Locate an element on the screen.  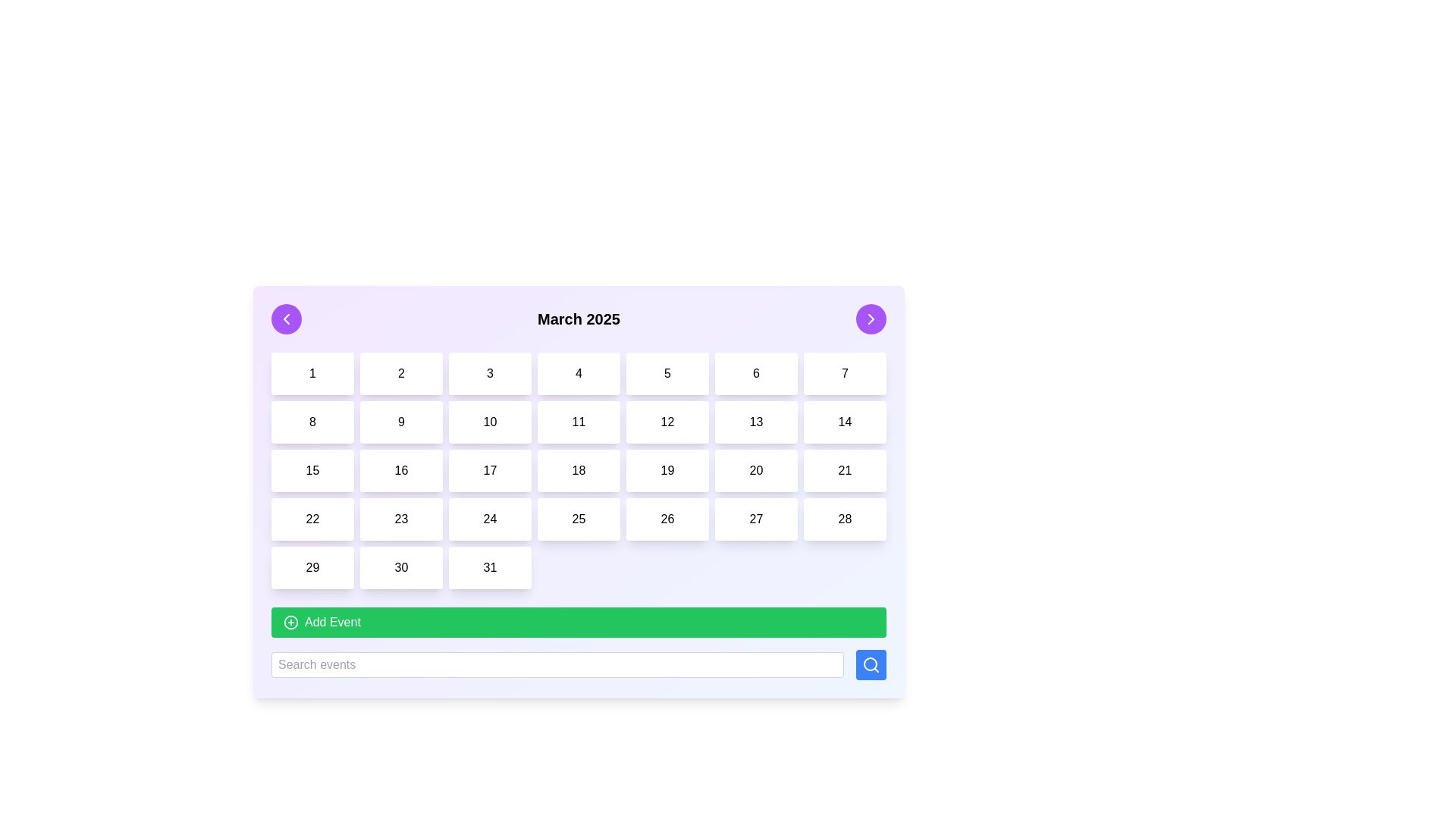
the Date box representing the 19th day in the calendar grid is located at coordinates (667, 470).